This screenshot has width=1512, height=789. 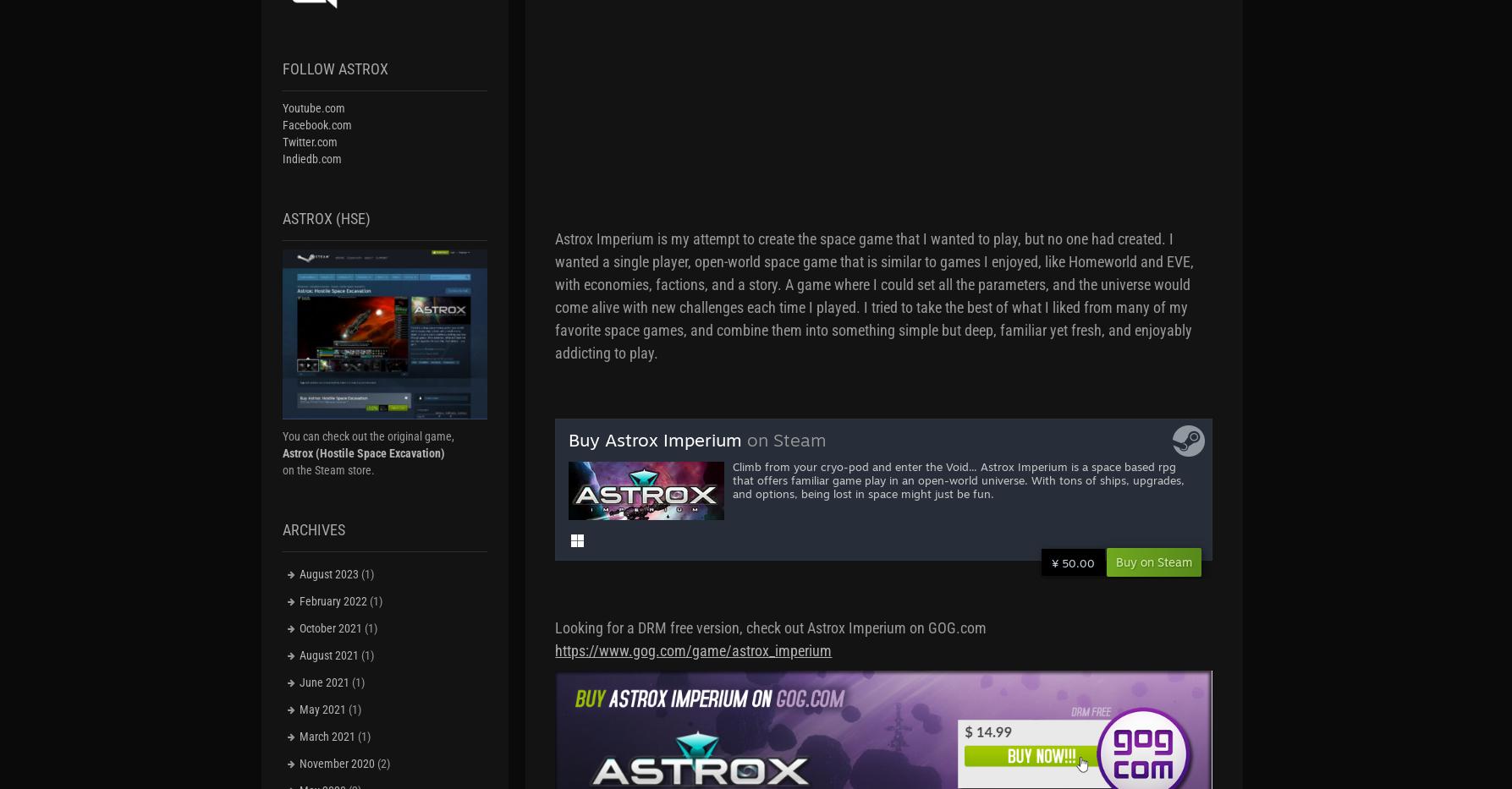 What do you see at coordinates (334, 68) in the screenshot?
I see `'Follow Astrox'` at bounding box center [334, 68].